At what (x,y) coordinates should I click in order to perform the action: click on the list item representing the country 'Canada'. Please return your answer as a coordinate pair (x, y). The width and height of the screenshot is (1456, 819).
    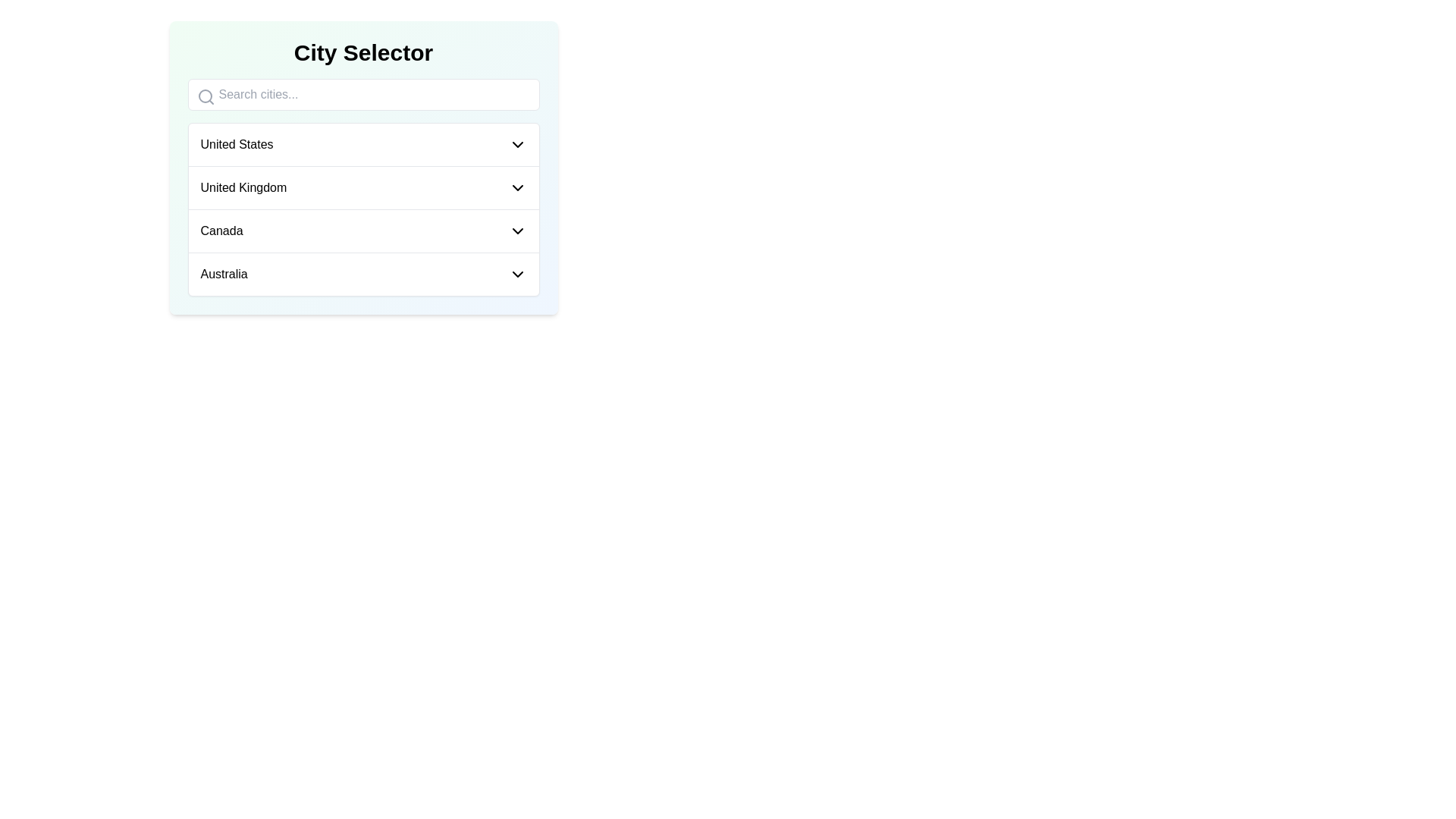
    Looking at the image, I should click on (362, 231).